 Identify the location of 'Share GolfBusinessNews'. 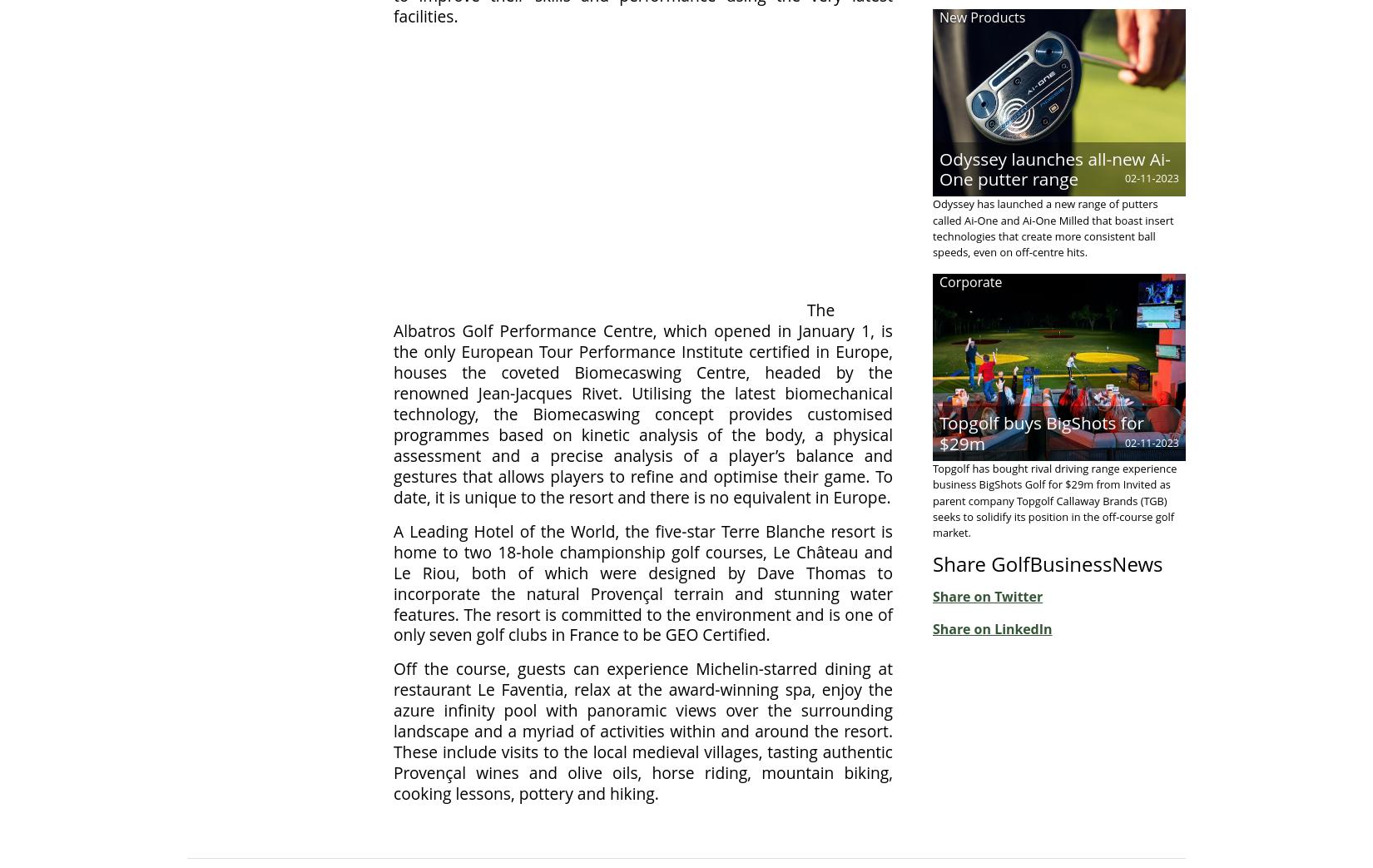
(933, 563).